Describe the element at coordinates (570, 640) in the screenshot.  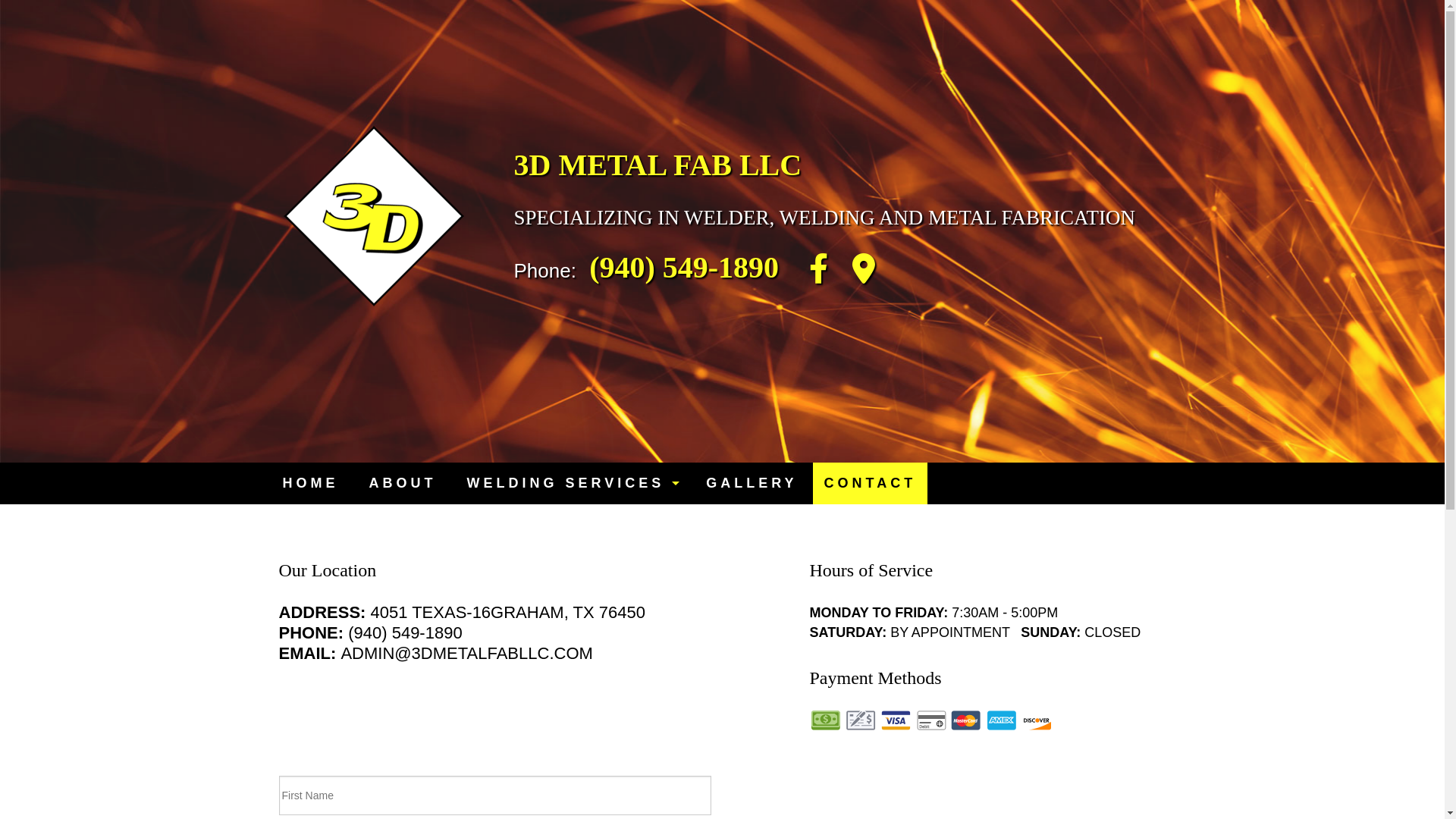
I see `'custom fabrication'` at that location.